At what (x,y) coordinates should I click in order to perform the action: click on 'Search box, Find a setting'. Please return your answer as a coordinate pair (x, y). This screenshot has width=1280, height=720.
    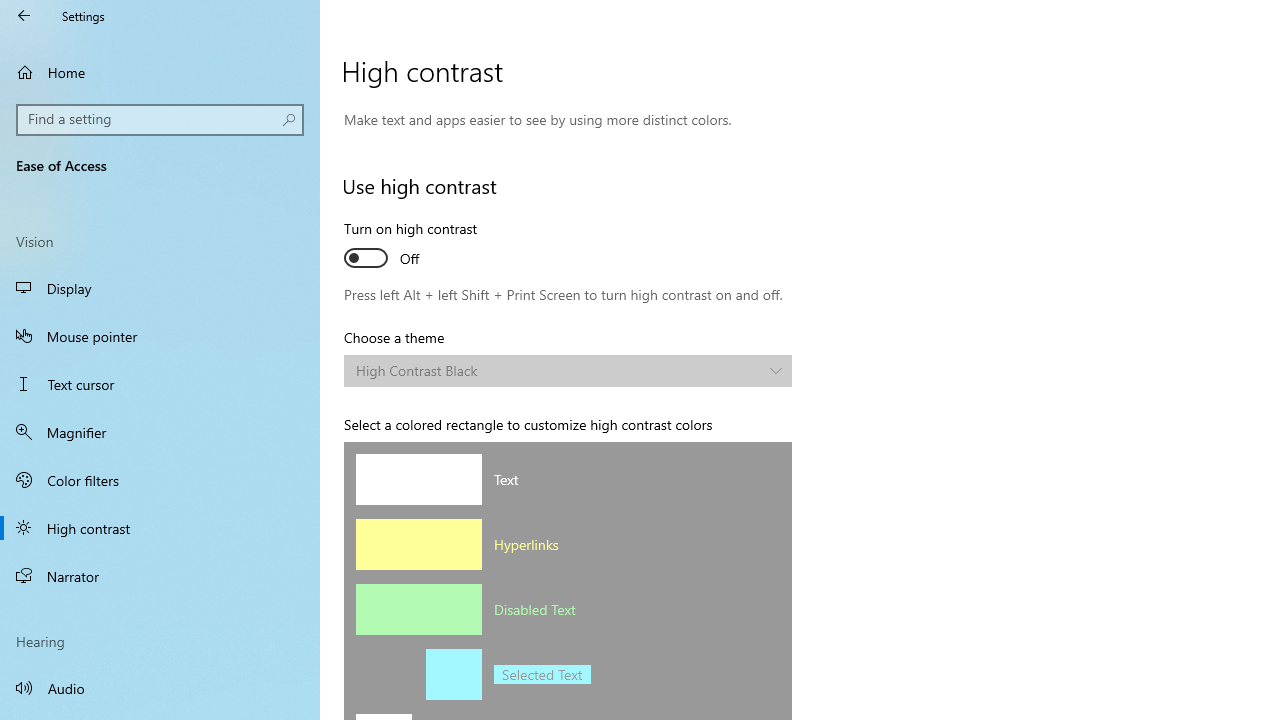
    Looking at the image, I should click on (160, 119).